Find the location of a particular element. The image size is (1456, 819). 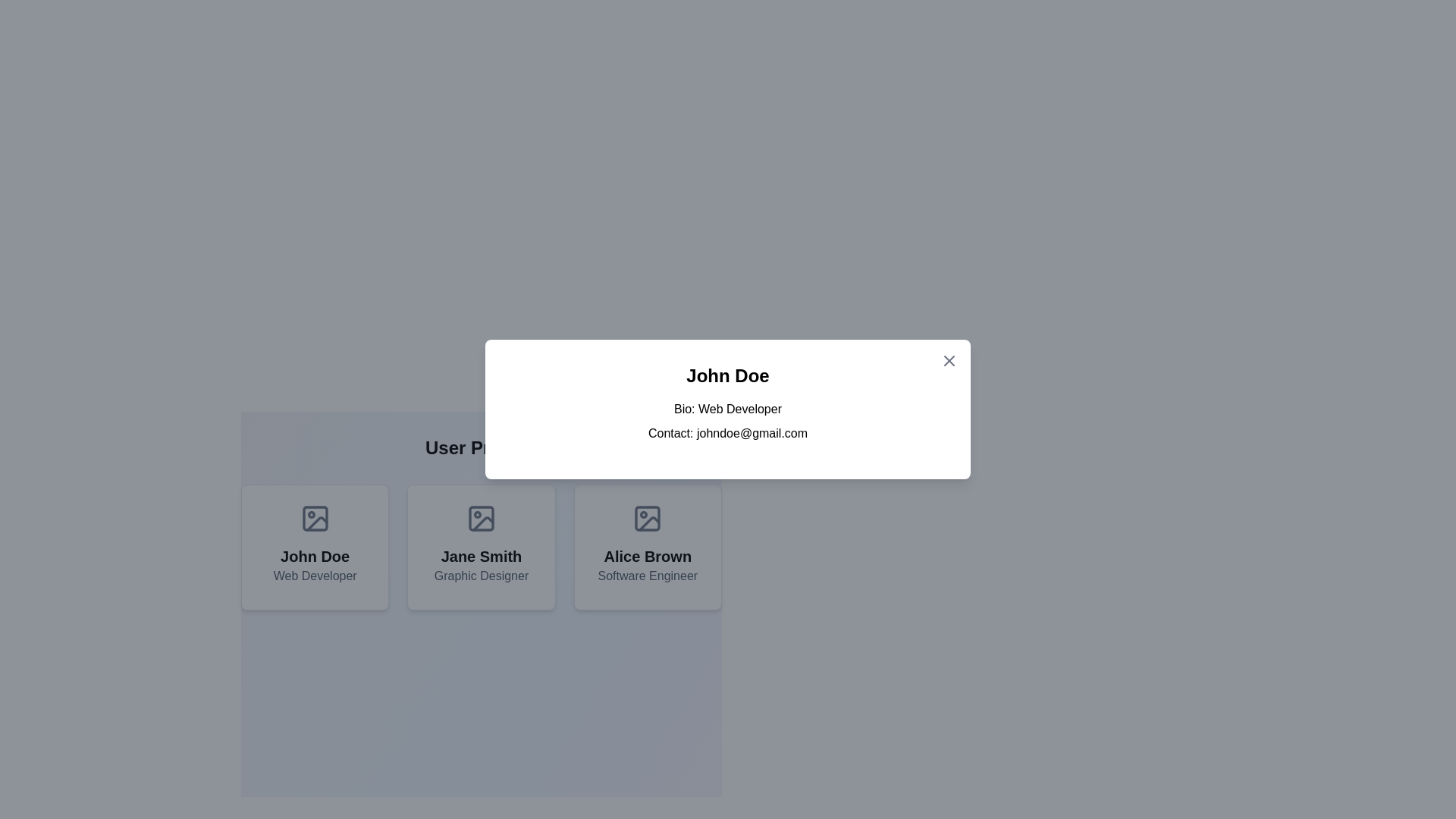

text displayed as 'John Doe', which serves as a label or title within the bordered card-like component is located at coordinates (314, 556).